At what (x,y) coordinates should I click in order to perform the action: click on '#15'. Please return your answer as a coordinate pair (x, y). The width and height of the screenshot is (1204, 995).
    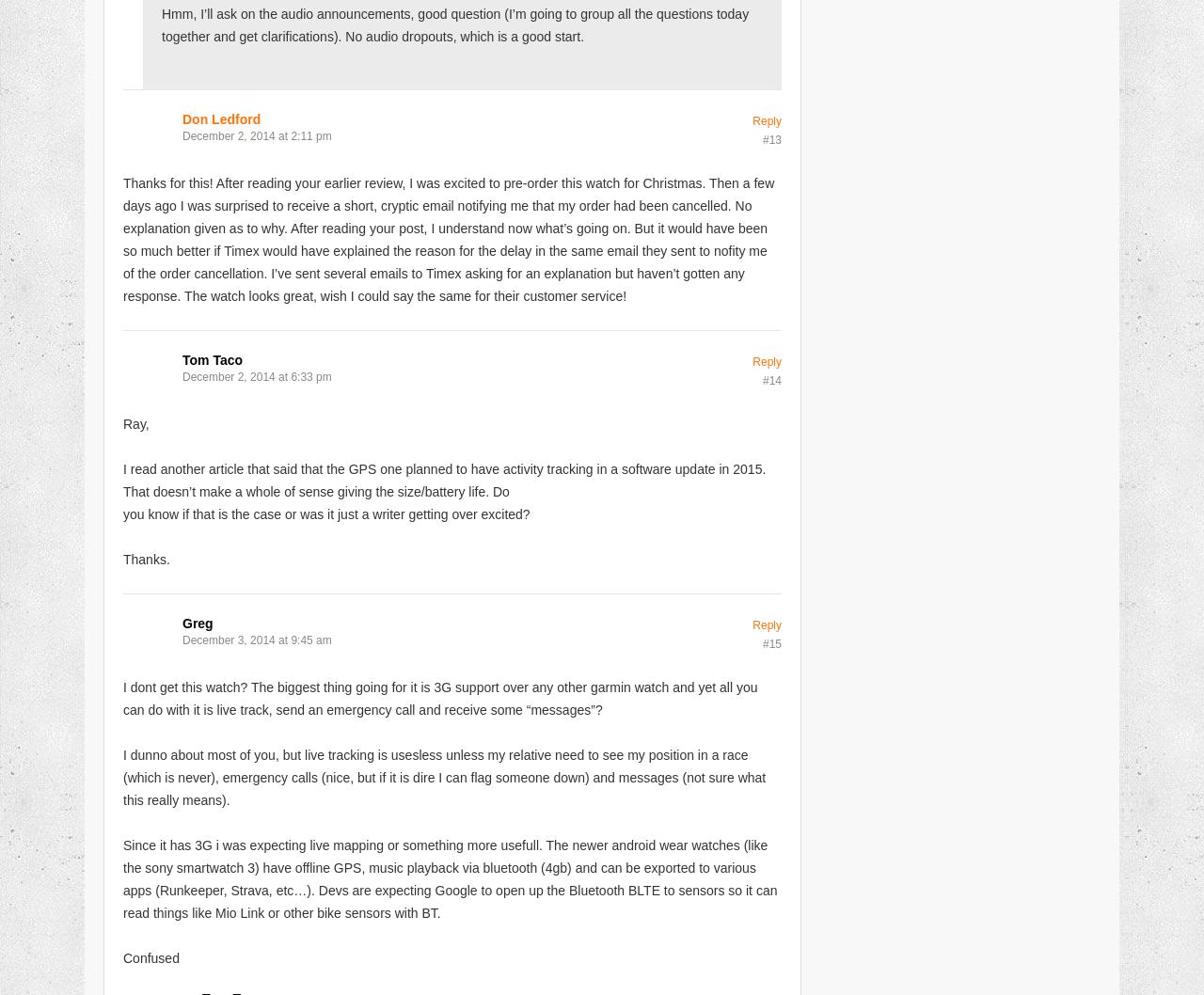
    Looking at the image, I should click on (771, 641).